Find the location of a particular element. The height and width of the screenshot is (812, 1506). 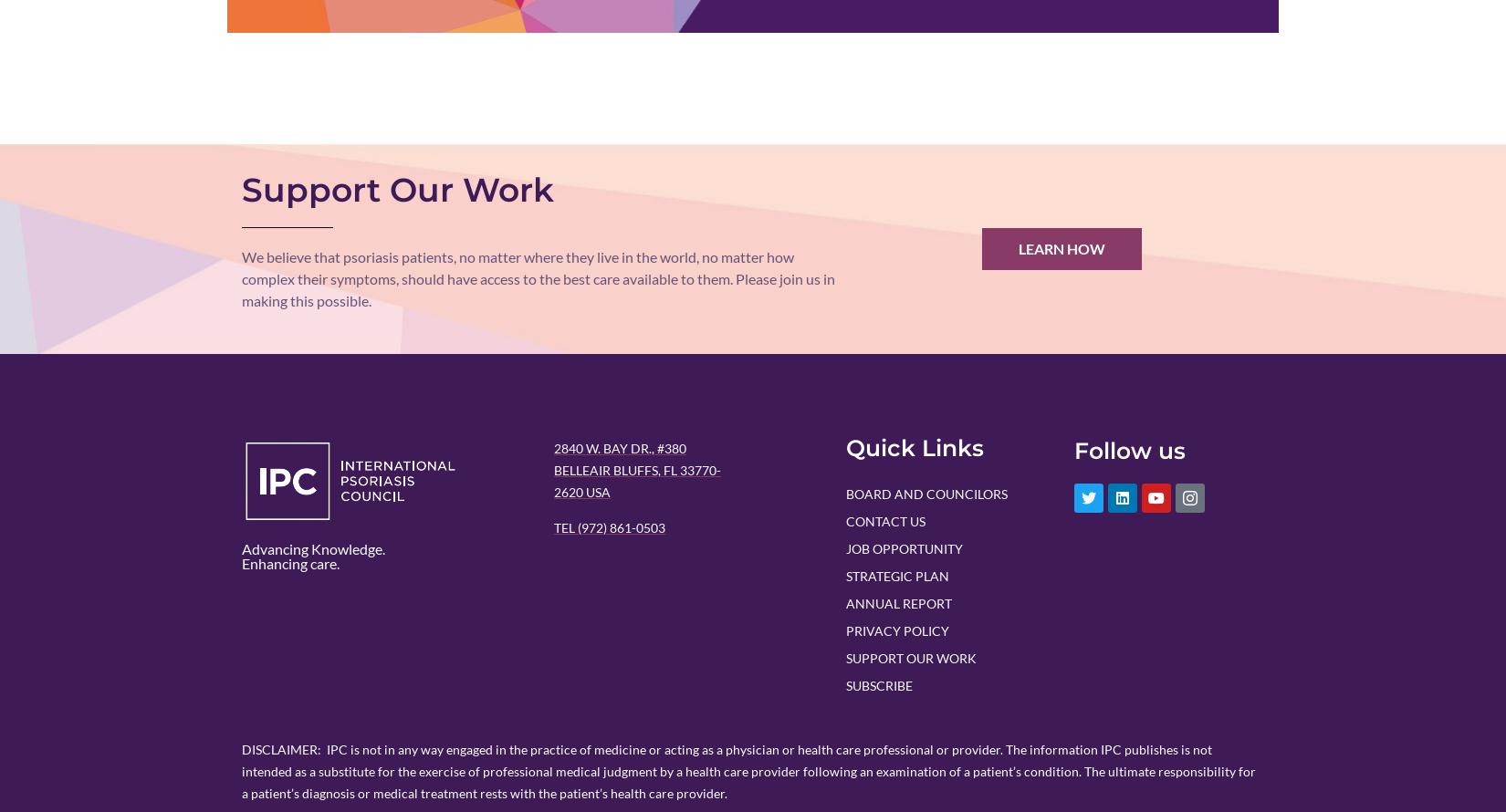

'We believe that psoriasis patients, no matter where they live in the world, no matter how complex their symptoms, should have access to the best care available to them. Please join us in making this possible.' is located at coordinates (241, 277).